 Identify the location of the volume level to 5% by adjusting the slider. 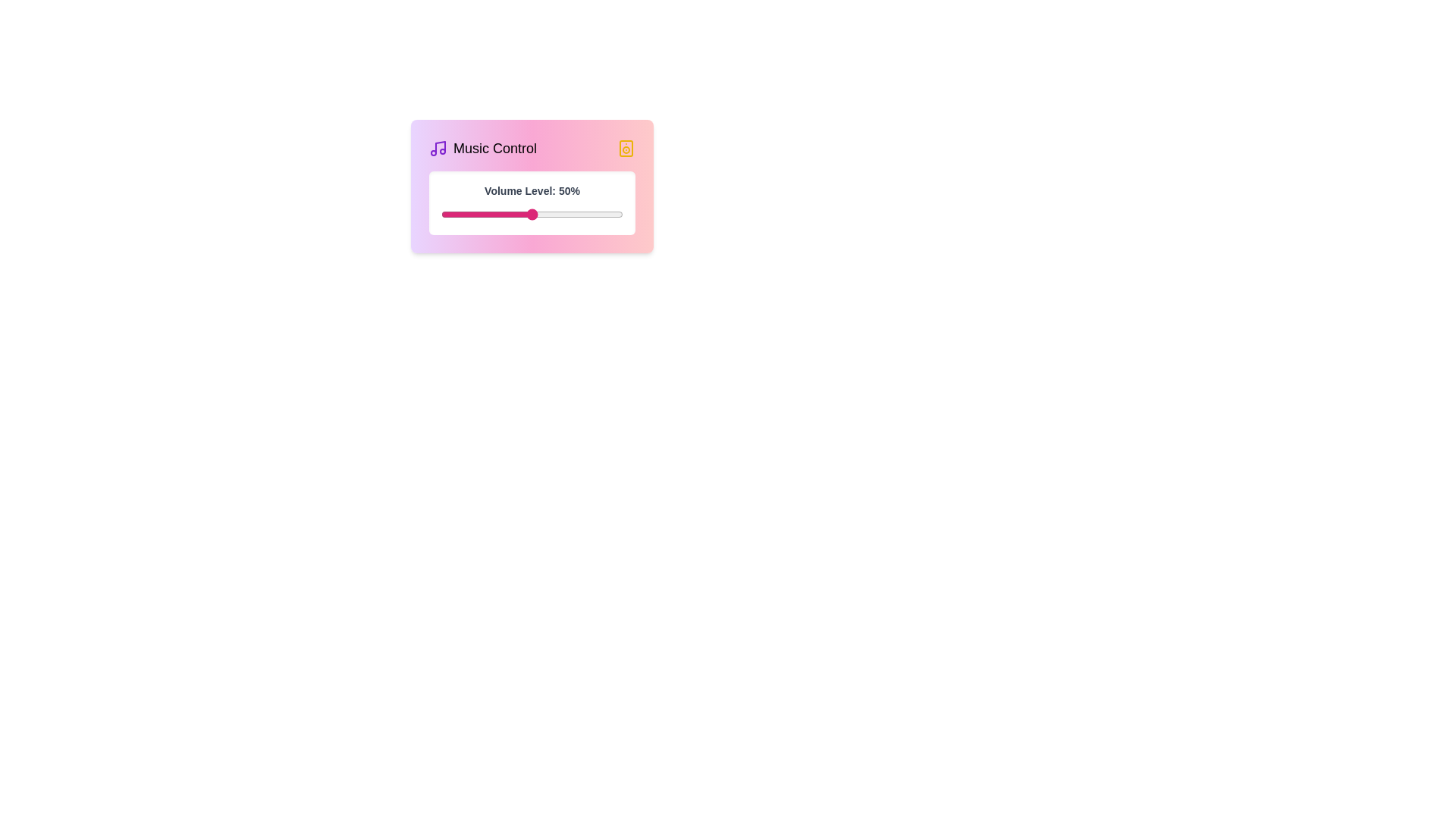
(450, 214).